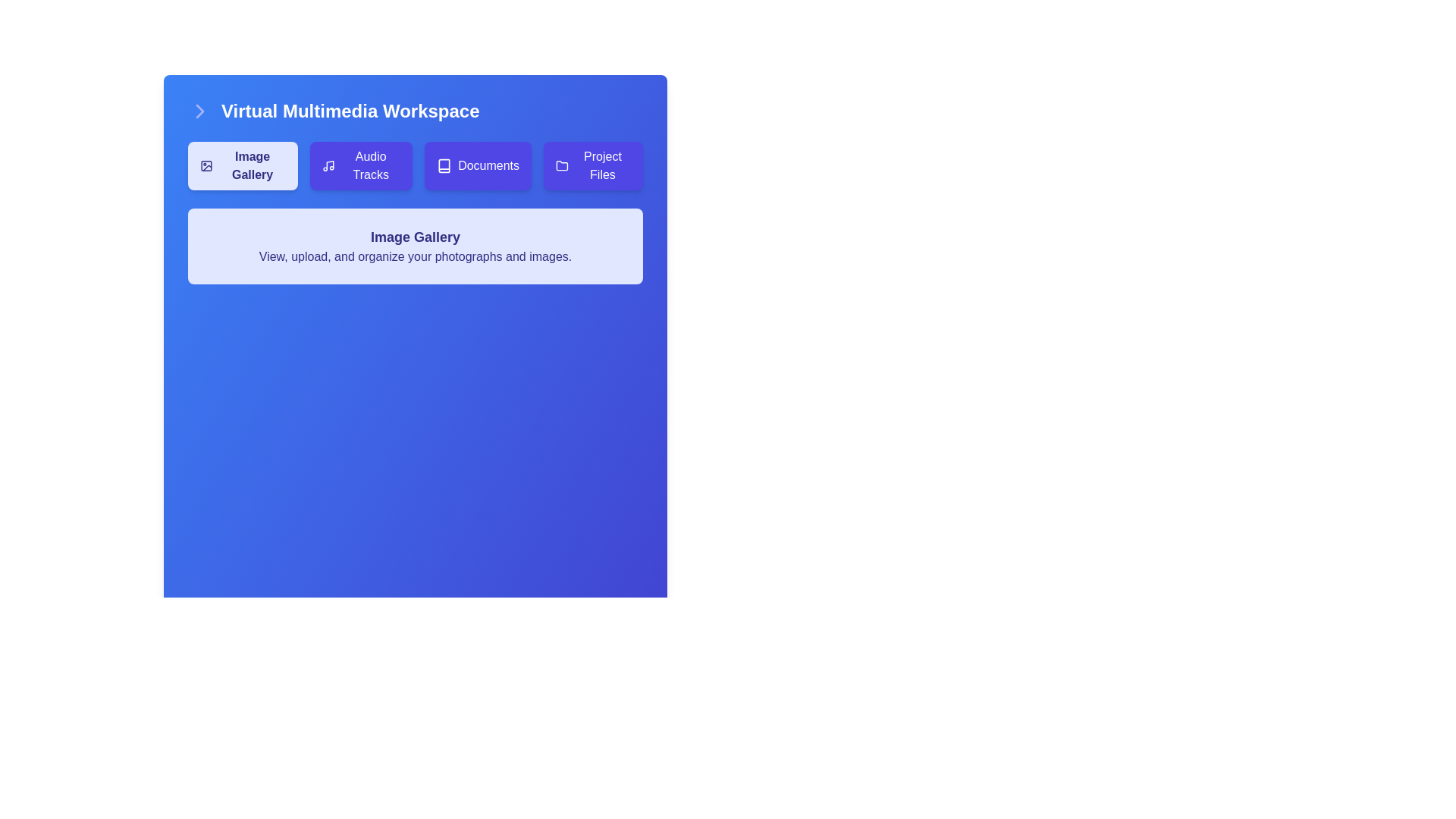 The image size is (1456, 819). I want to click on the audio tracks icon located in the 'Virtual Multimedia Workspace' under the 'Audio Tracks' button, which is the second button from the left, so click(328, 166).